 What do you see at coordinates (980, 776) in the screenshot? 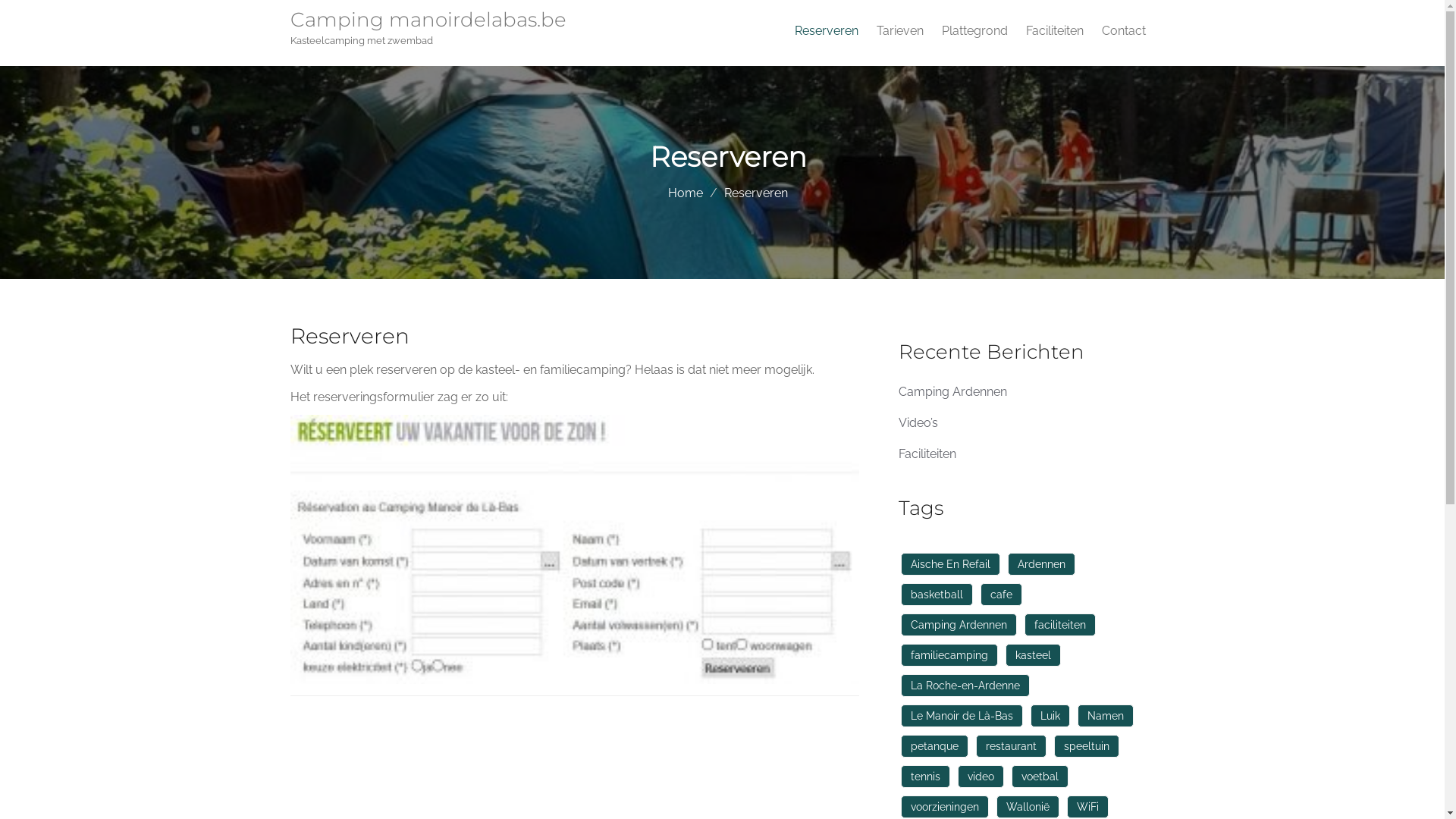
I see `'video'` at bounding box center [980, 776].